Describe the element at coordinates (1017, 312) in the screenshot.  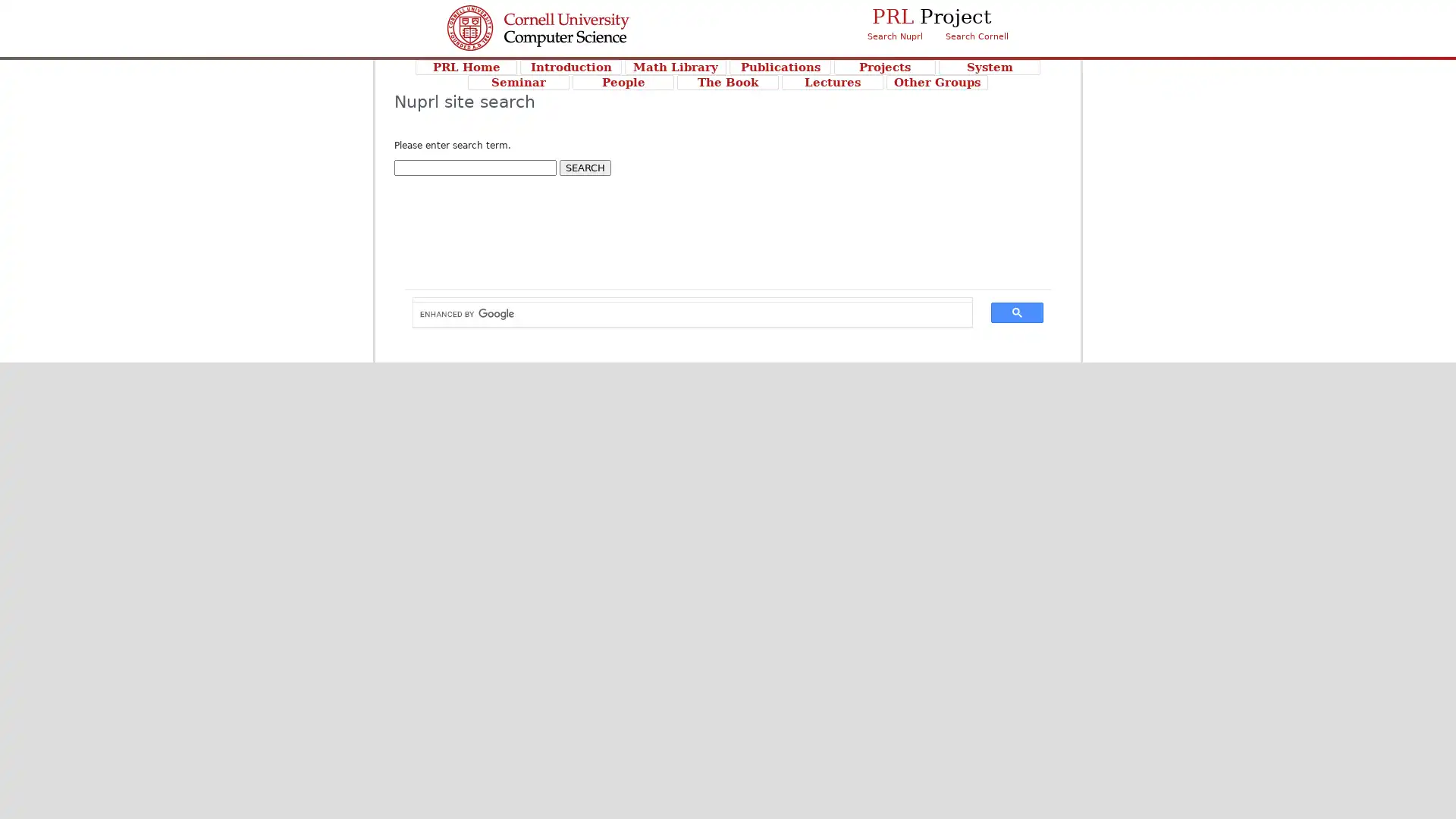
I see `search` at that location.